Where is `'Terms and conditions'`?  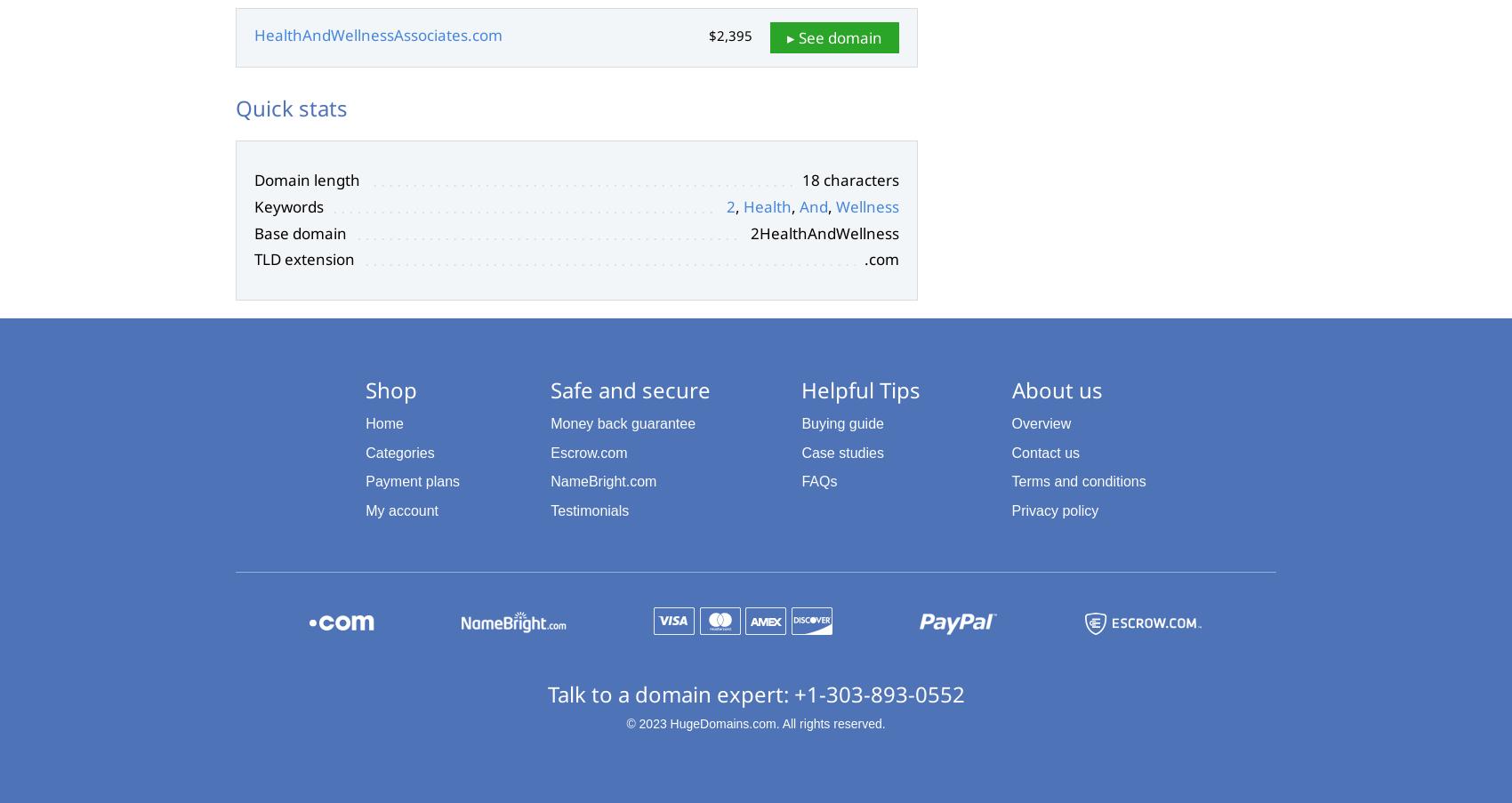 'Terms and conditions' is located at coordinates (1077, 480).